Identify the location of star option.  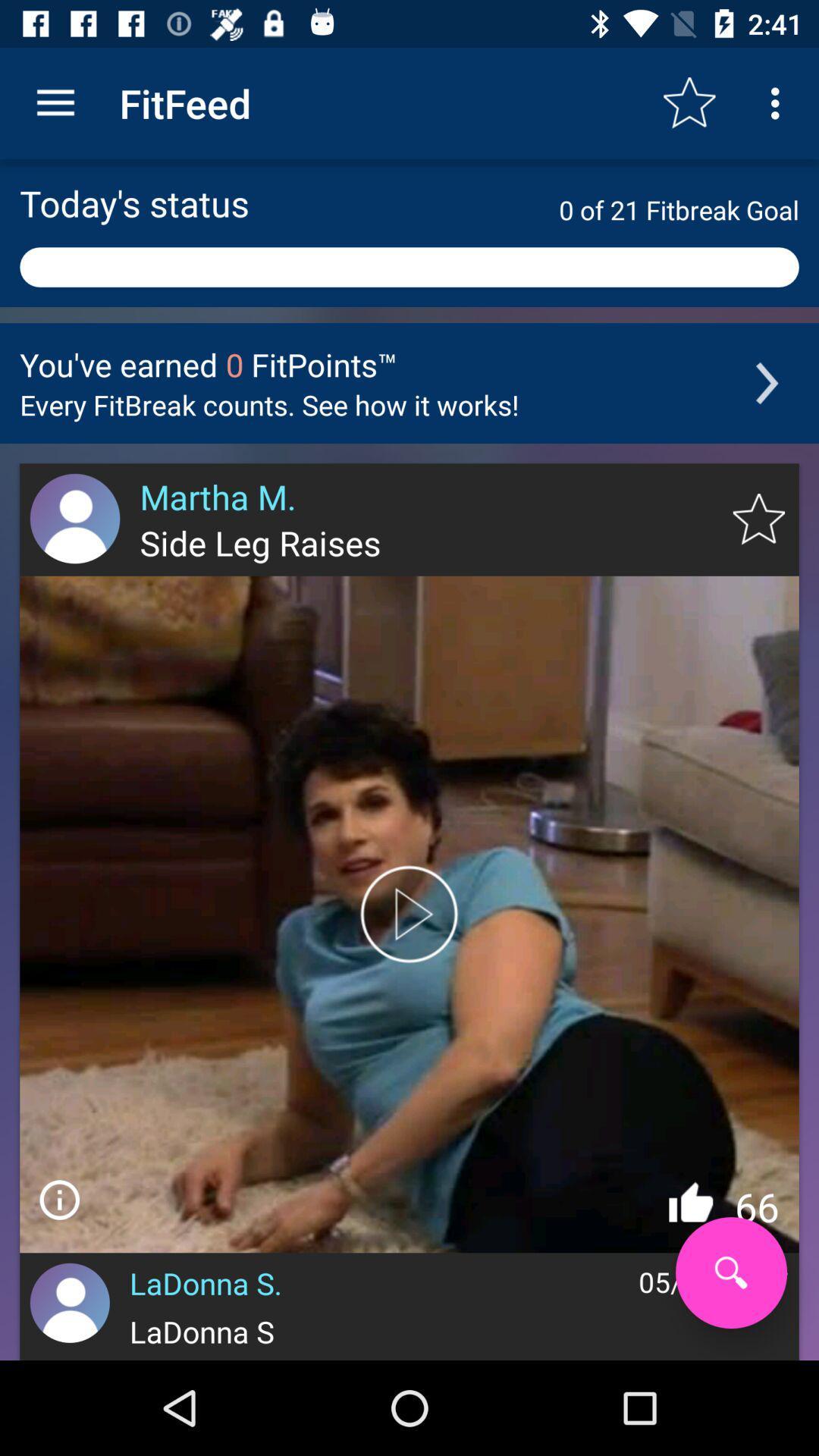
(758, 519).